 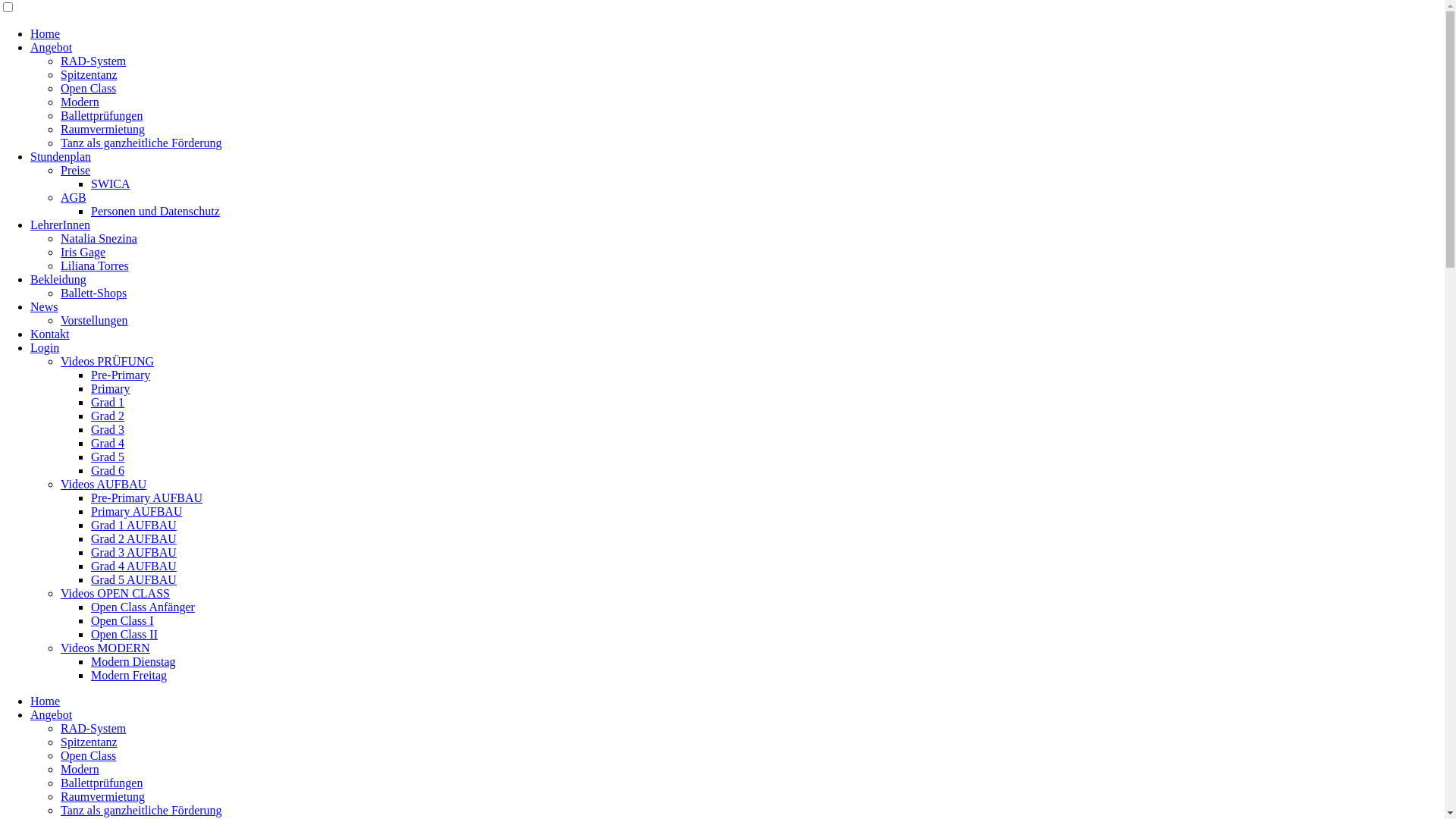 I want to click on 'Iris Gage', so click(x=82, y=251).